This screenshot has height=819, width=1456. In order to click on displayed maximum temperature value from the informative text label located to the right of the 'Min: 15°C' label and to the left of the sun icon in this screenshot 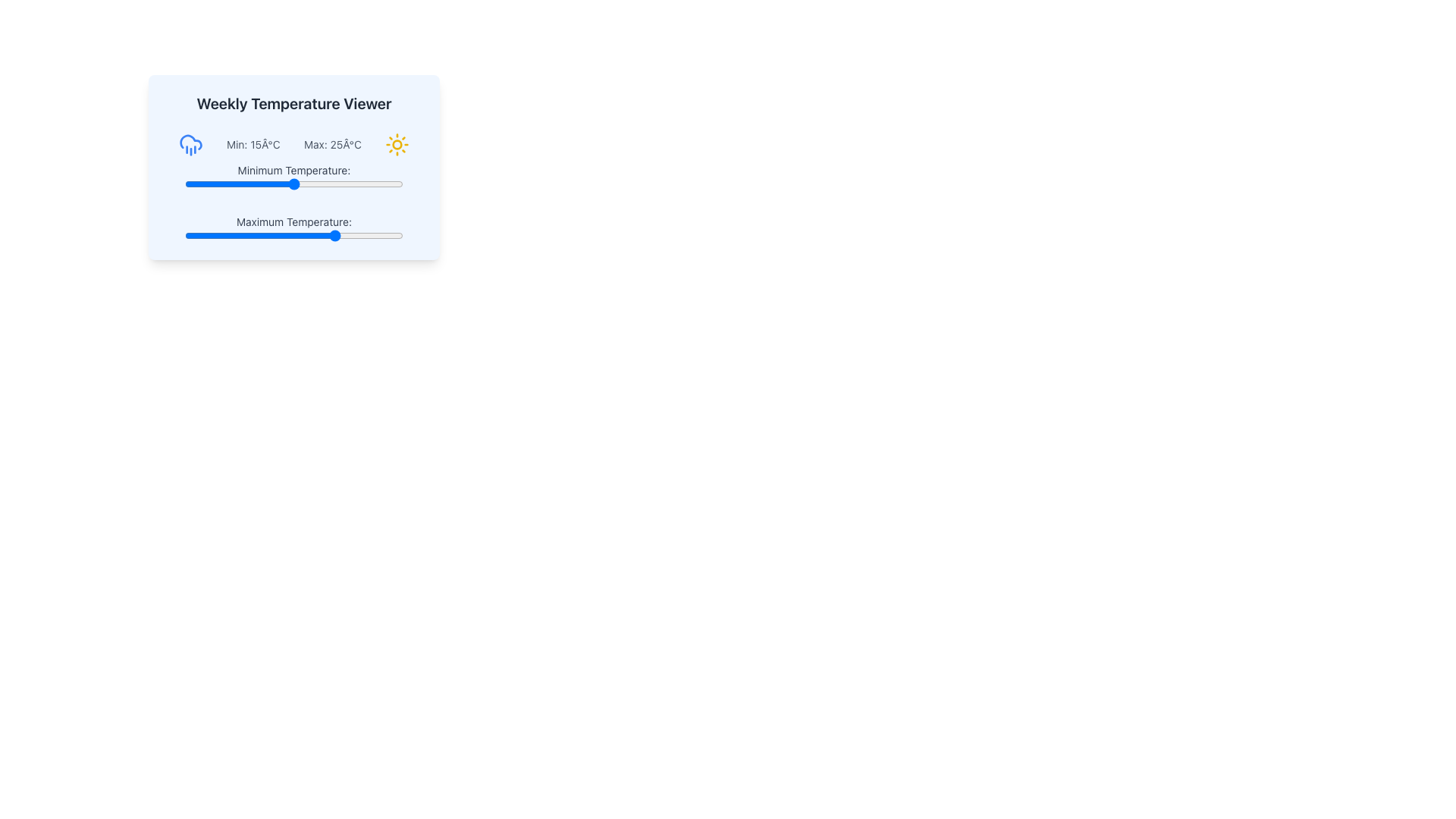, I will do `click(331, 145)`.